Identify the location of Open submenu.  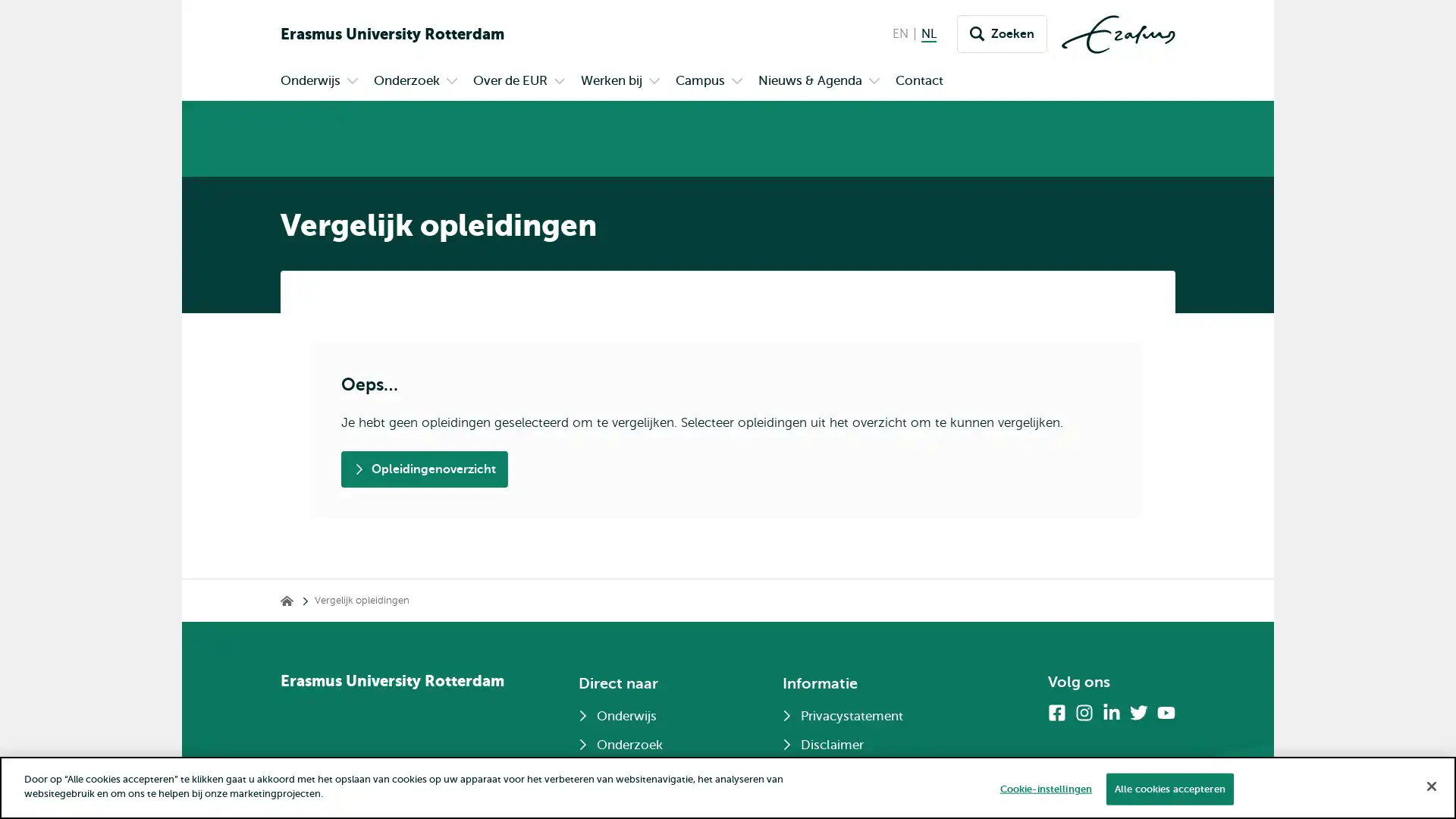
(874, 82).